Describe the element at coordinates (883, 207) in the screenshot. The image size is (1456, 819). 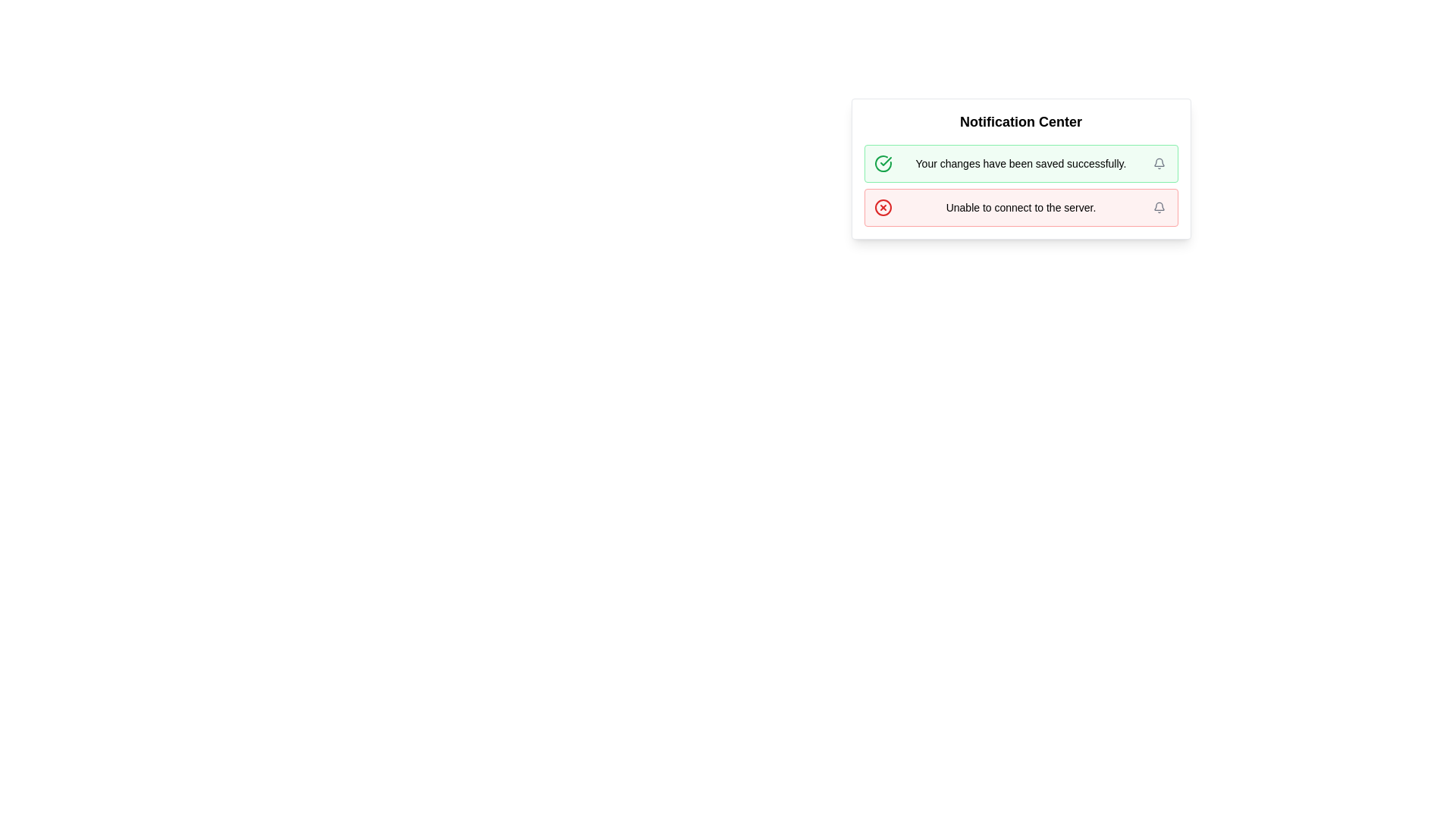
I see `the red circular icon with an 'X' in the notification box indicating 'Unable to connect to the server.'` at that location.